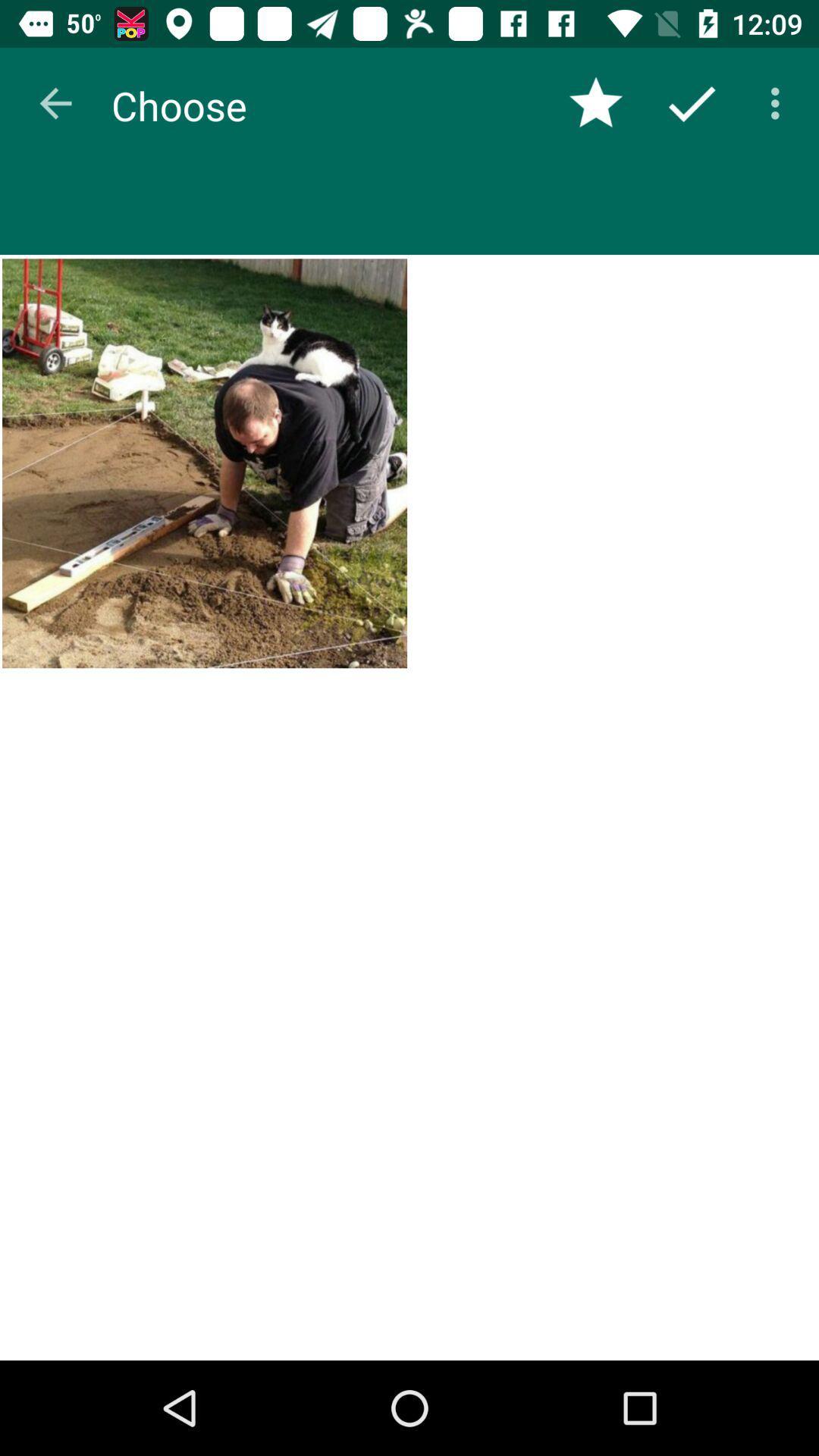 The width and height of the screenshot is (819, 1456). Describe the element at coordinates (55, 102) in the screenshot. I see `the item to the left of the choose` at that location.